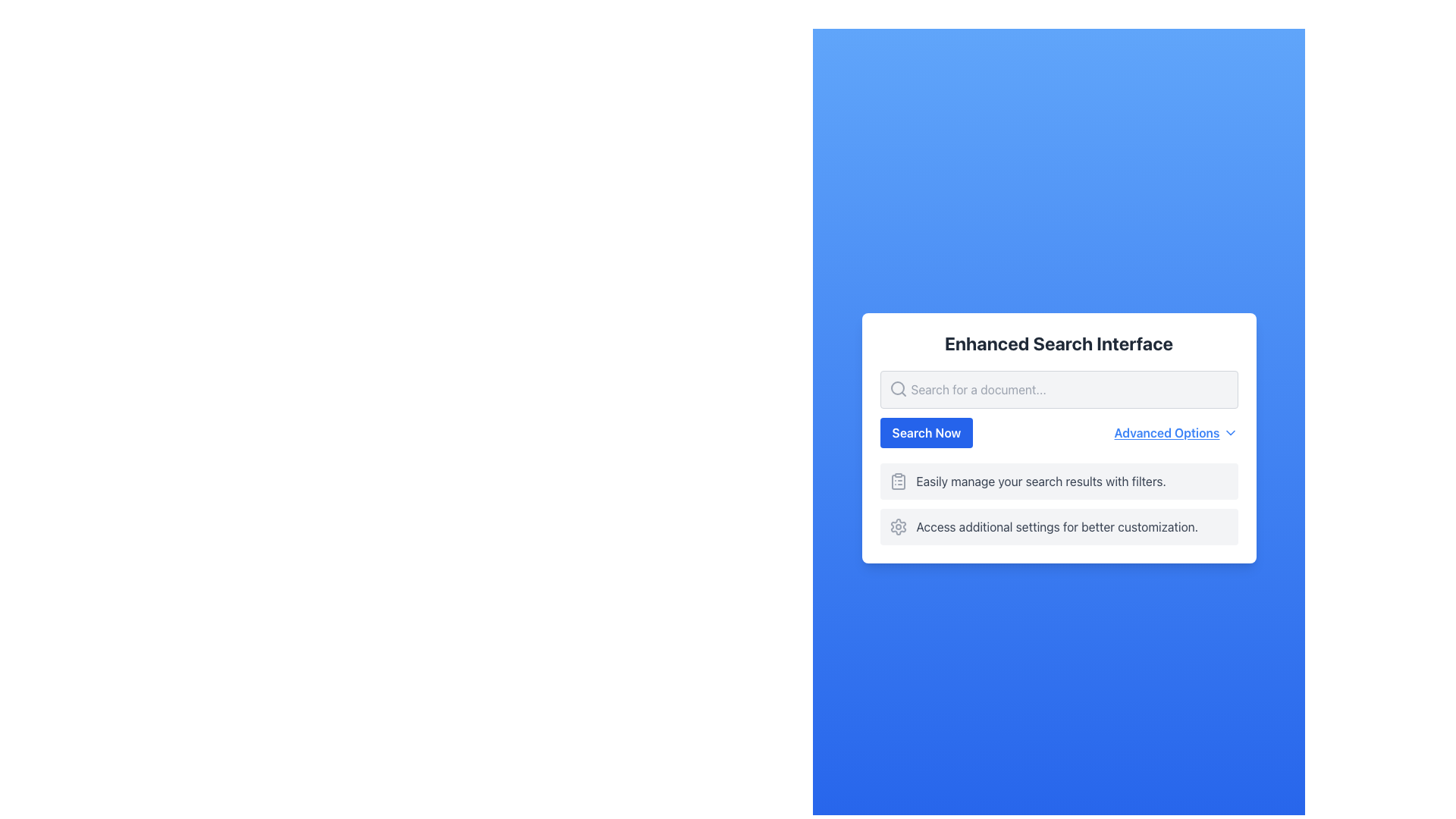 The height and width of the screenshot is (819, 1456). I want to click on the 'Search Now' button, which is a rectangular button with rounded corners, a blue background, and white bold text, located below the search input field in the 'Enhanced Search Interface' card, so click(925, 432).